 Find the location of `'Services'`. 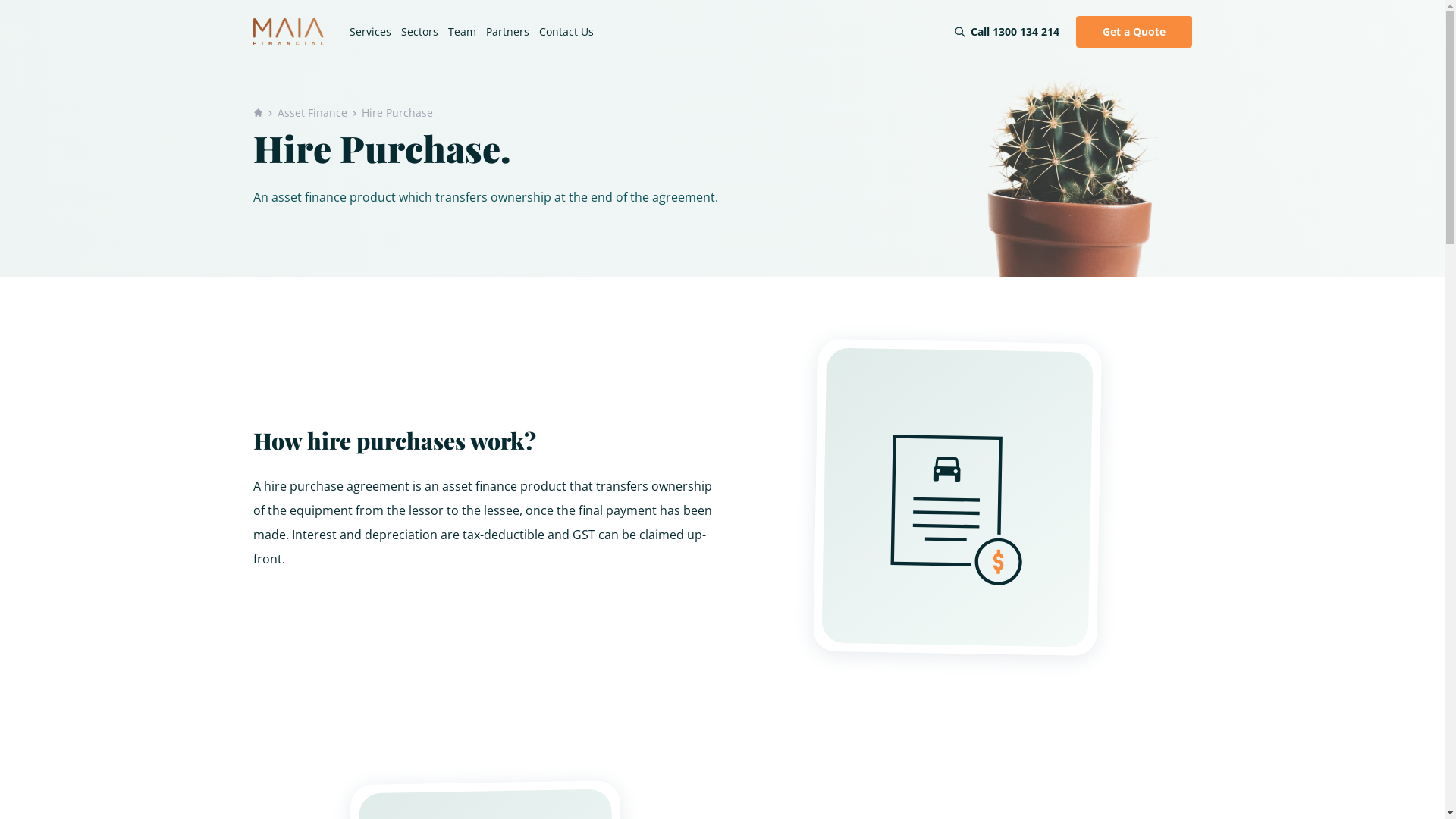

'Services' is located at coordinates (369, 31).